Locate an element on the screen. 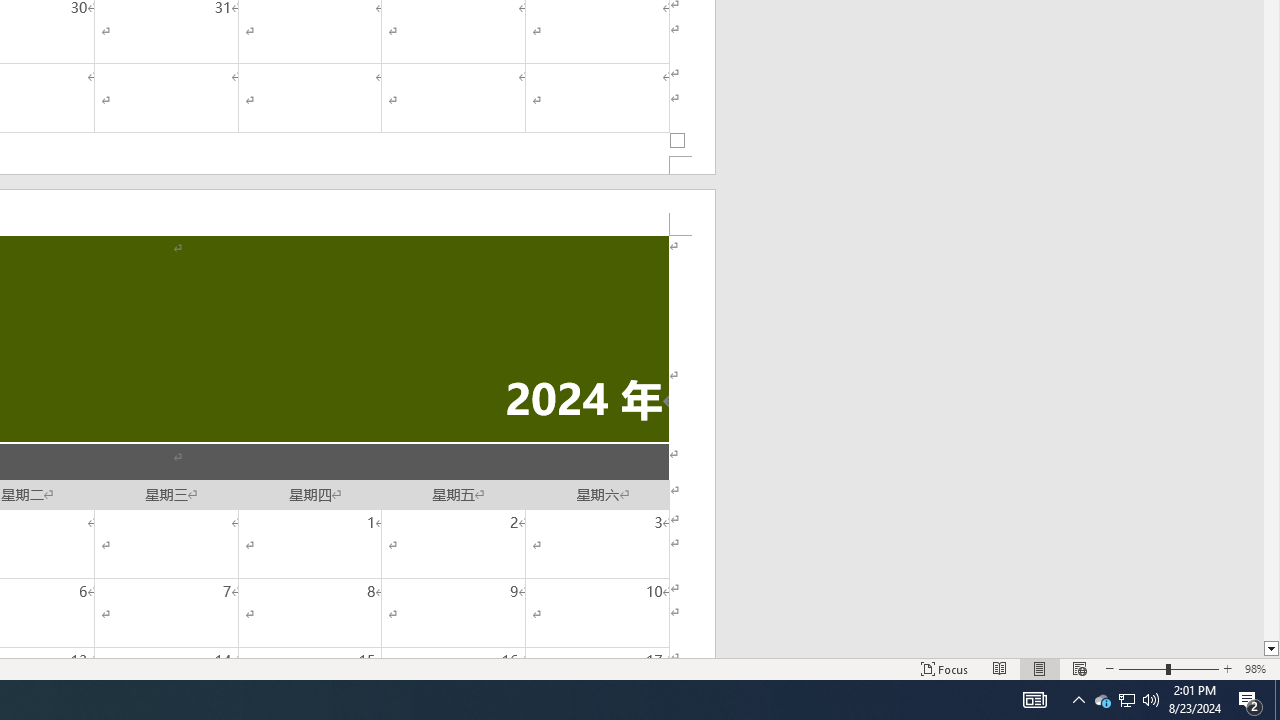 Image resolution: width=1280 pixels, height=720 pixels. 'Line down' is located at coordinates (1270, 649).